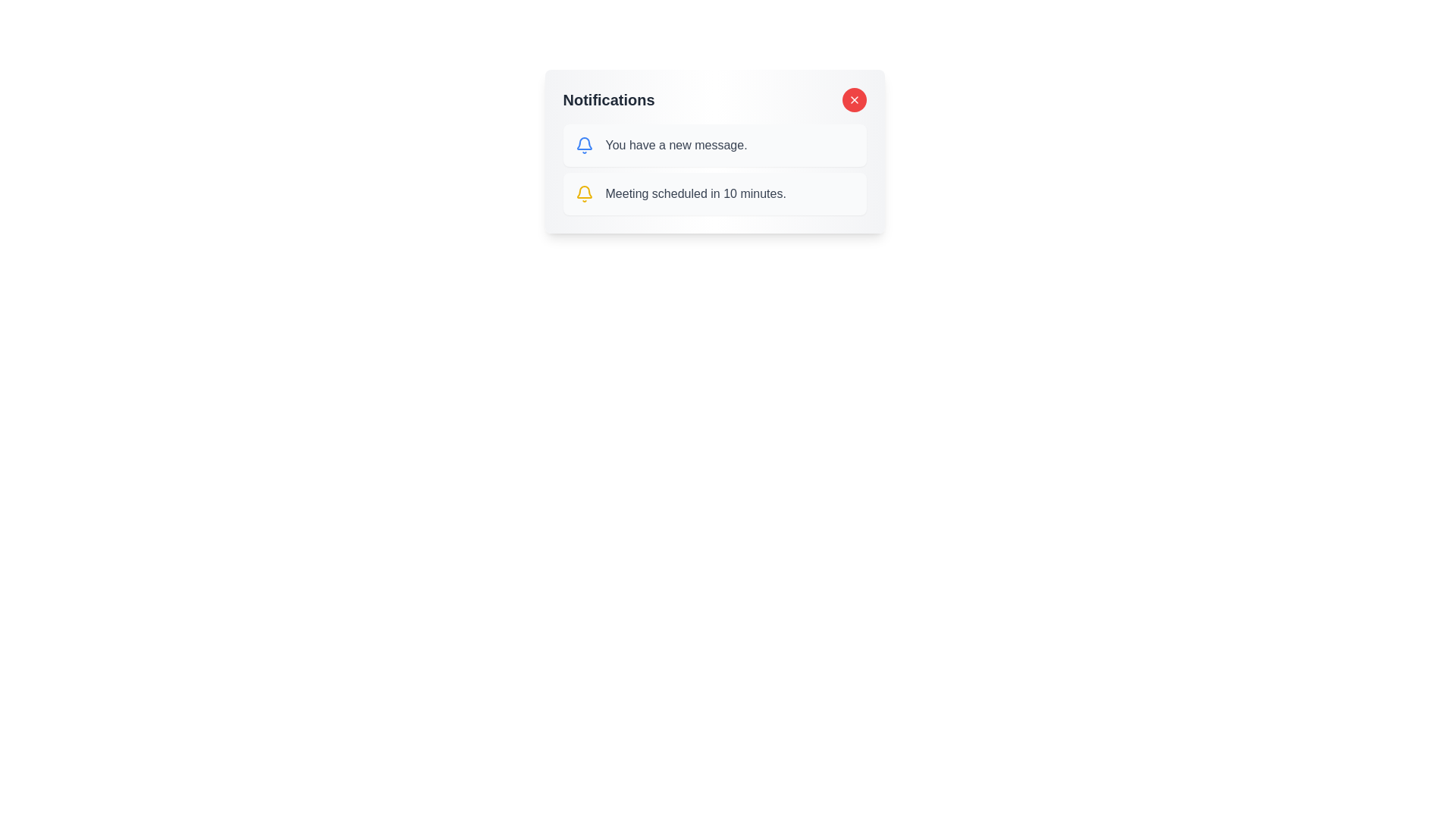 The height and width of the screenshot is (819, 1456). I want to click on the notification icon located to the left of the text 'You have a new message.', so click(583, 146).